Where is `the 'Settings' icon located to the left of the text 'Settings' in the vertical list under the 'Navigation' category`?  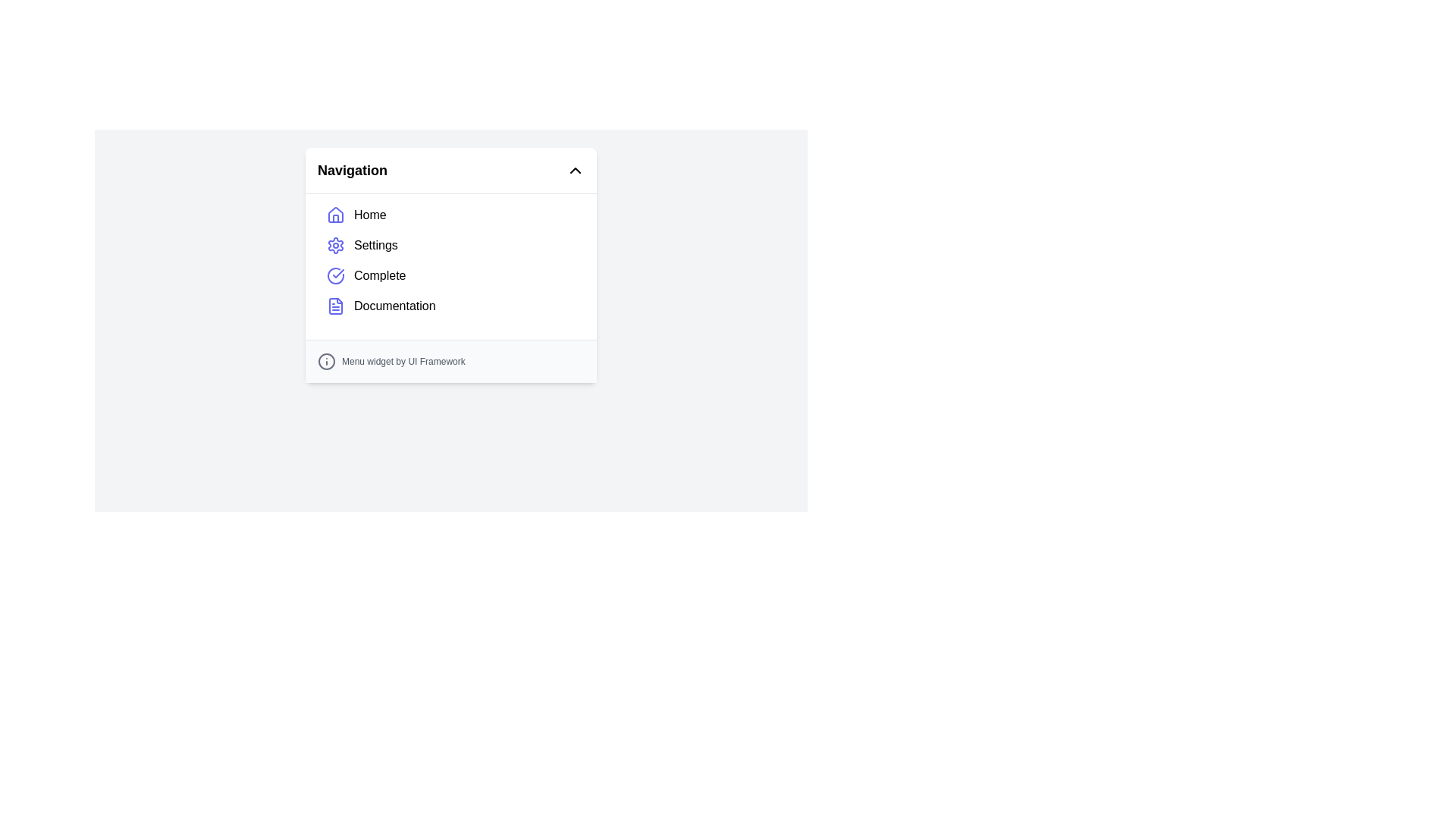
the 'Settings' icon located to the left of the text 'Settings' in the vertical list under the 'Navigation' category is located at coordinates (334, 245).